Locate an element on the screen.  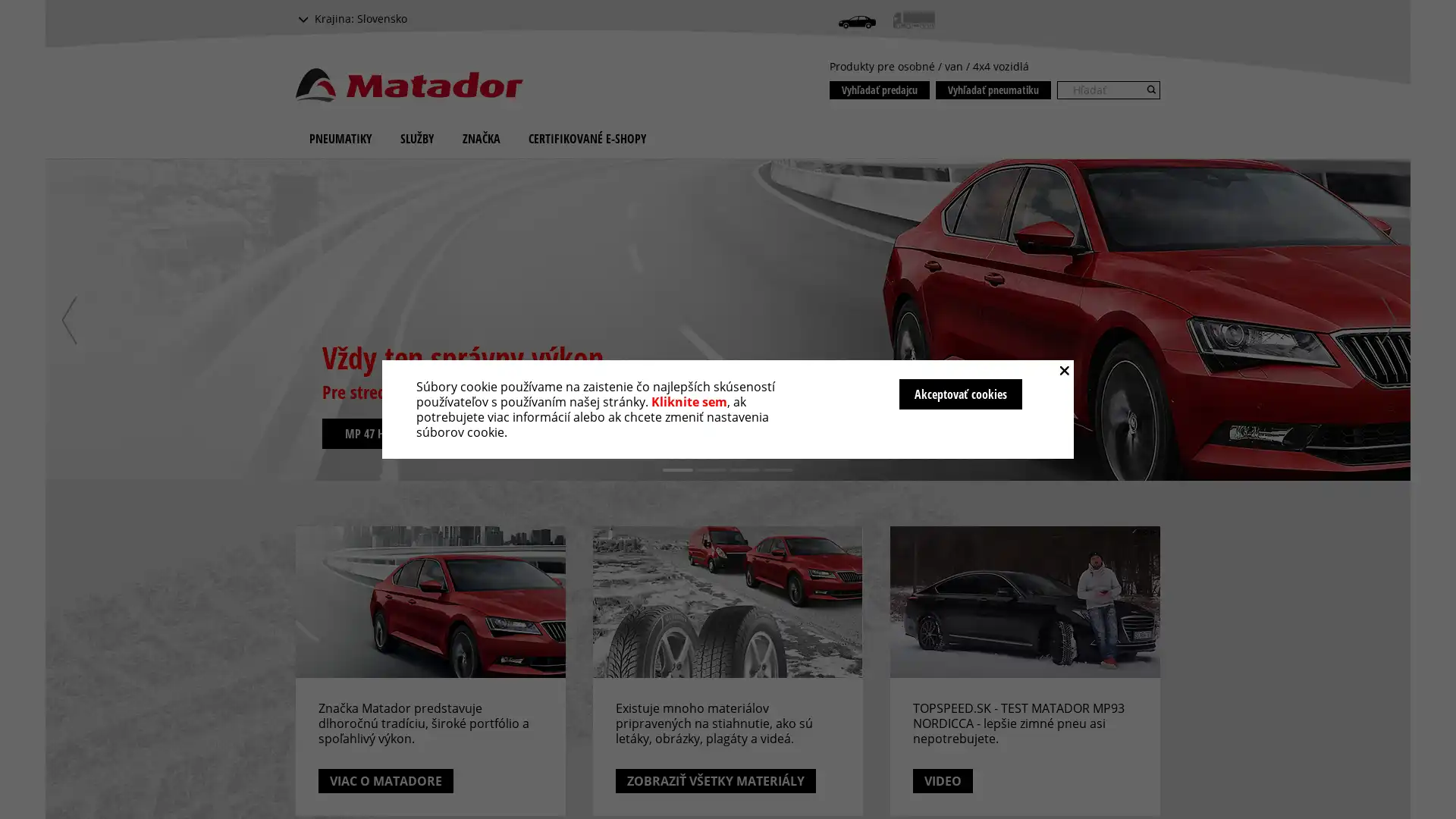
previous is located at coordinates (67, 318).